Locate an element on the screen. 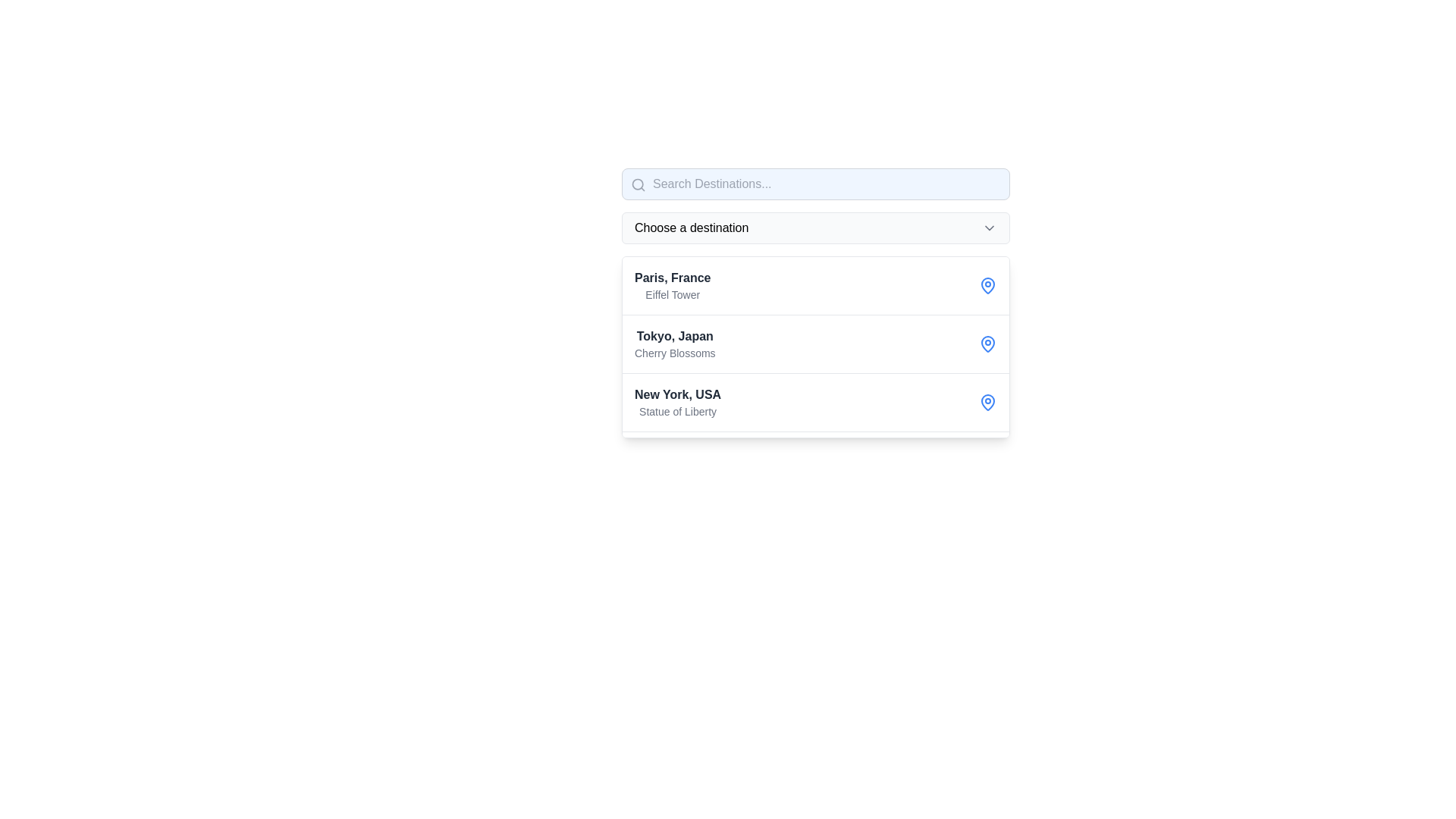 This screenshot has height=819, width=1456. the map pin icon located in the top-right corner of the list item containing 'Paris, France' and 'Eiffel Tower' is located at coordinates (987, 286).